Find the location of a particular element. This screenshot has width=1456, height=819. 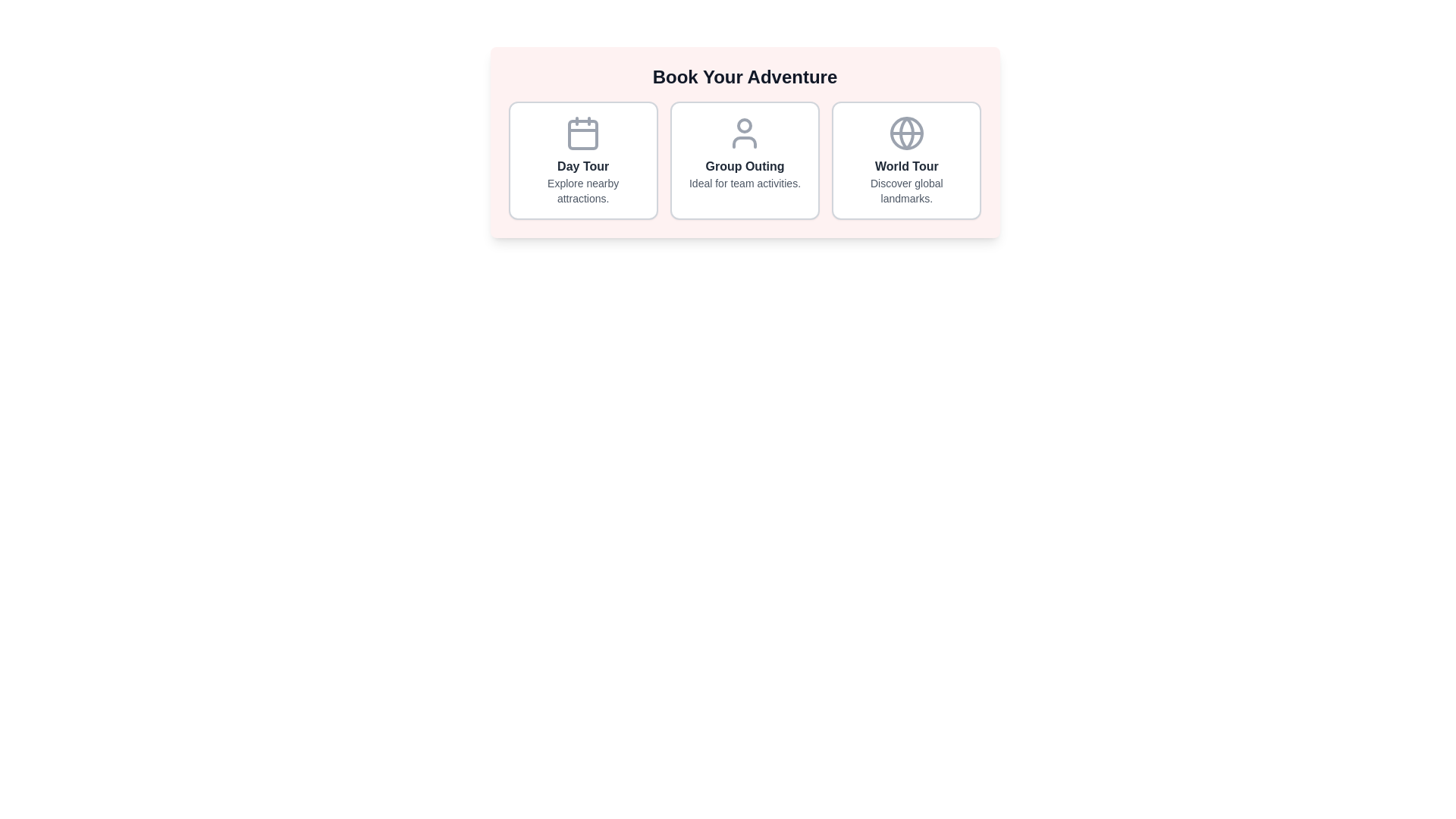

the user or group icon located in the middle row of the 'Group Outing' panel, which is the third section from the left is located at coordinates (745, 133).